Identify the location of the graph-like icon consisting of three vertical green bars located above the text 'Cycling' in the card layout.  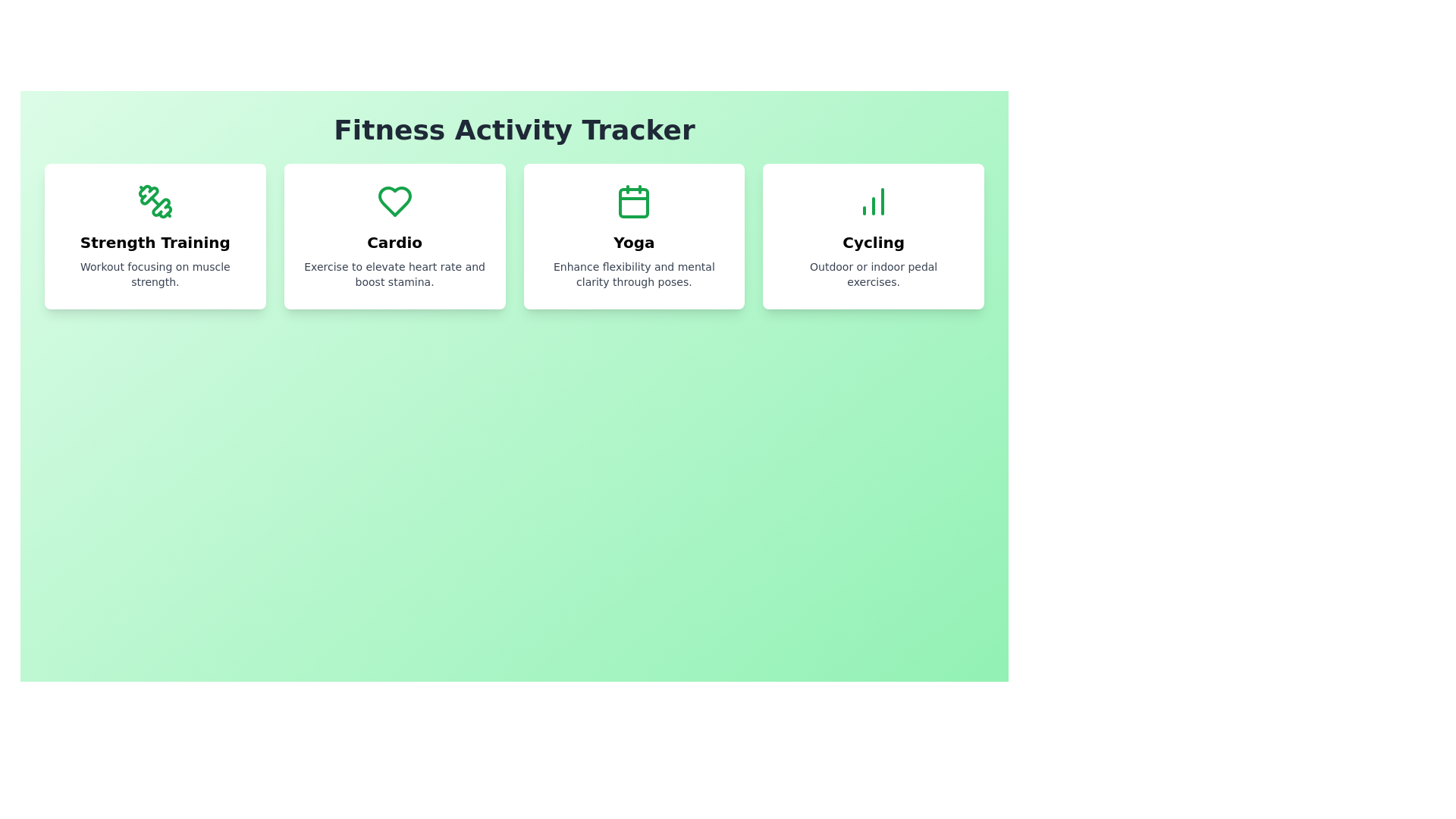
(874, 201).